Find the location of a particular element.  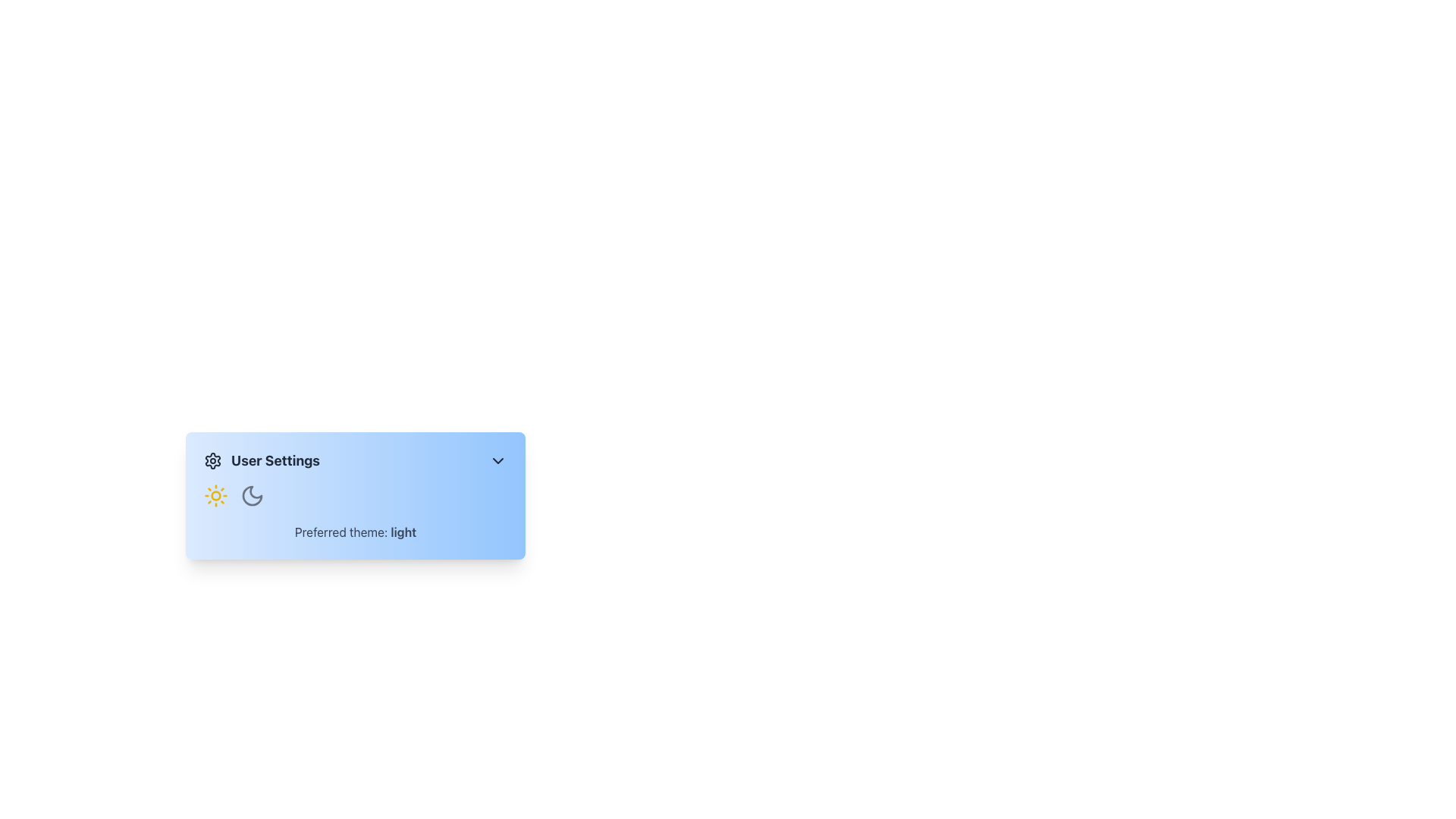

the Sun icon in the User Settings section is located at coordinates (215, 496).